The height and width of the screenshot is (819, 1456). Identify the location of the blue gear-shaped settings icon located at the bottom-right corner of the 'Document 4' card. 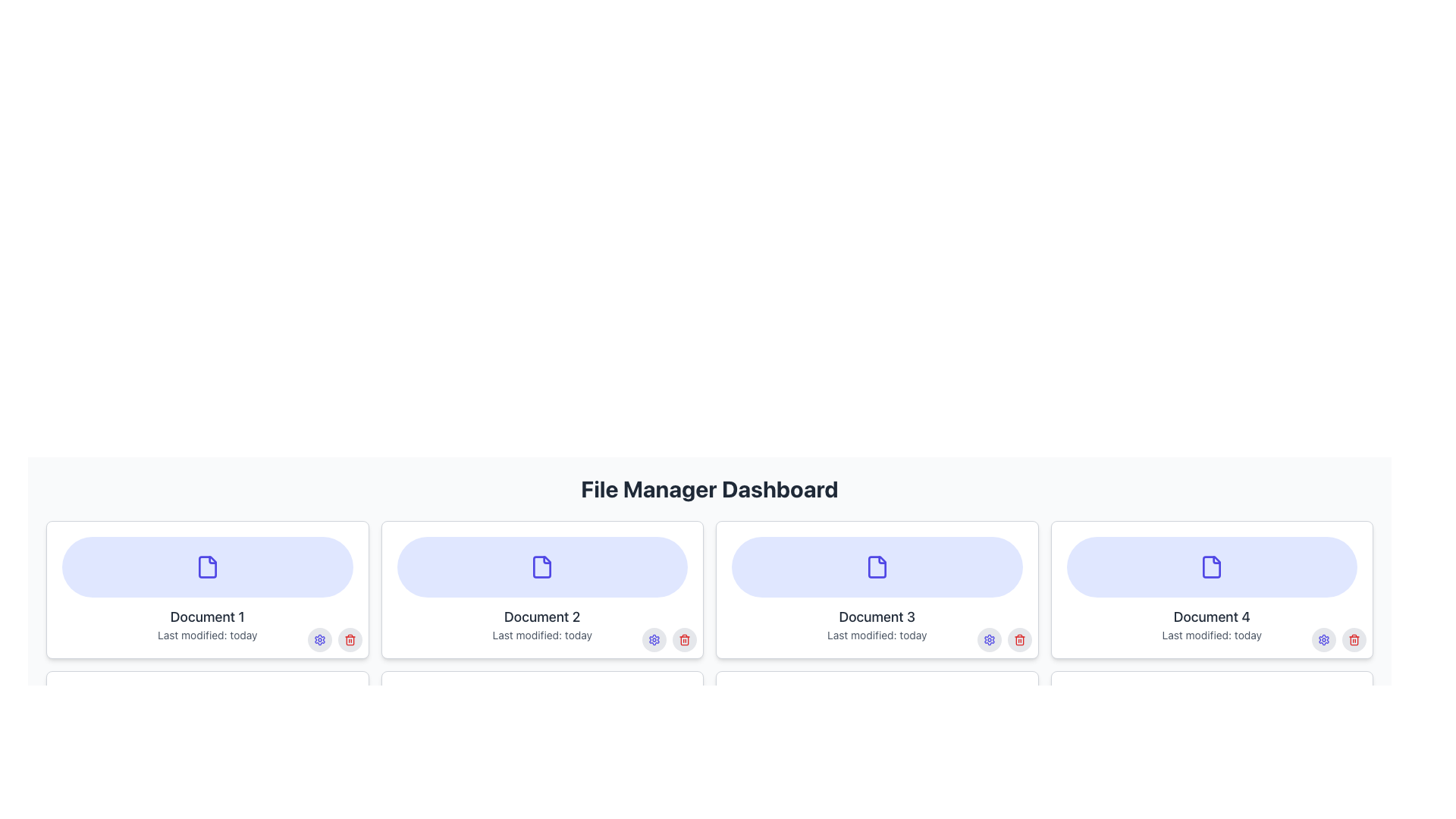
(1323, 640).